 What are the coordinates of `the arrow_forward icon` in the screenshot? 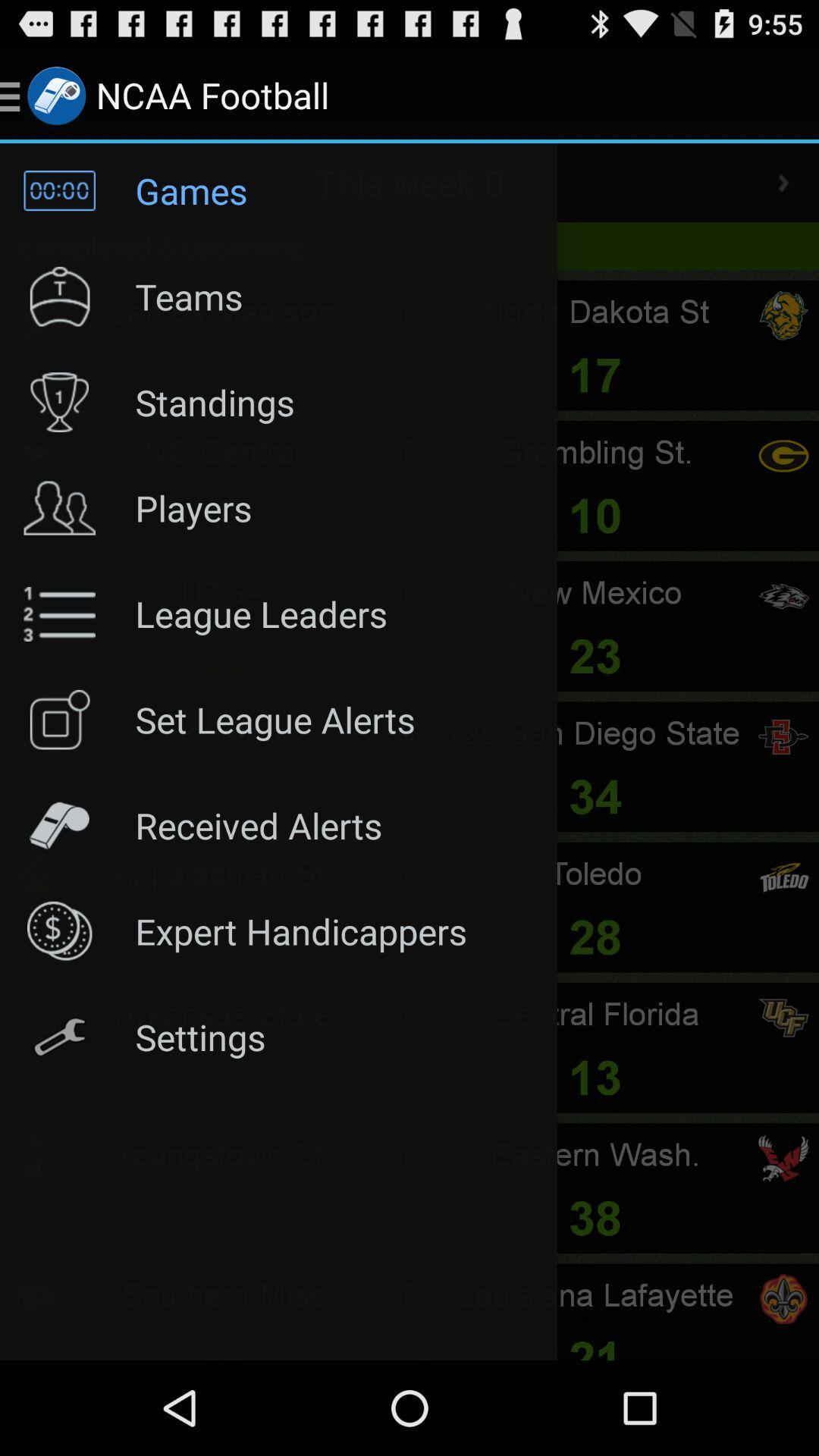 It's located at (783, 195).